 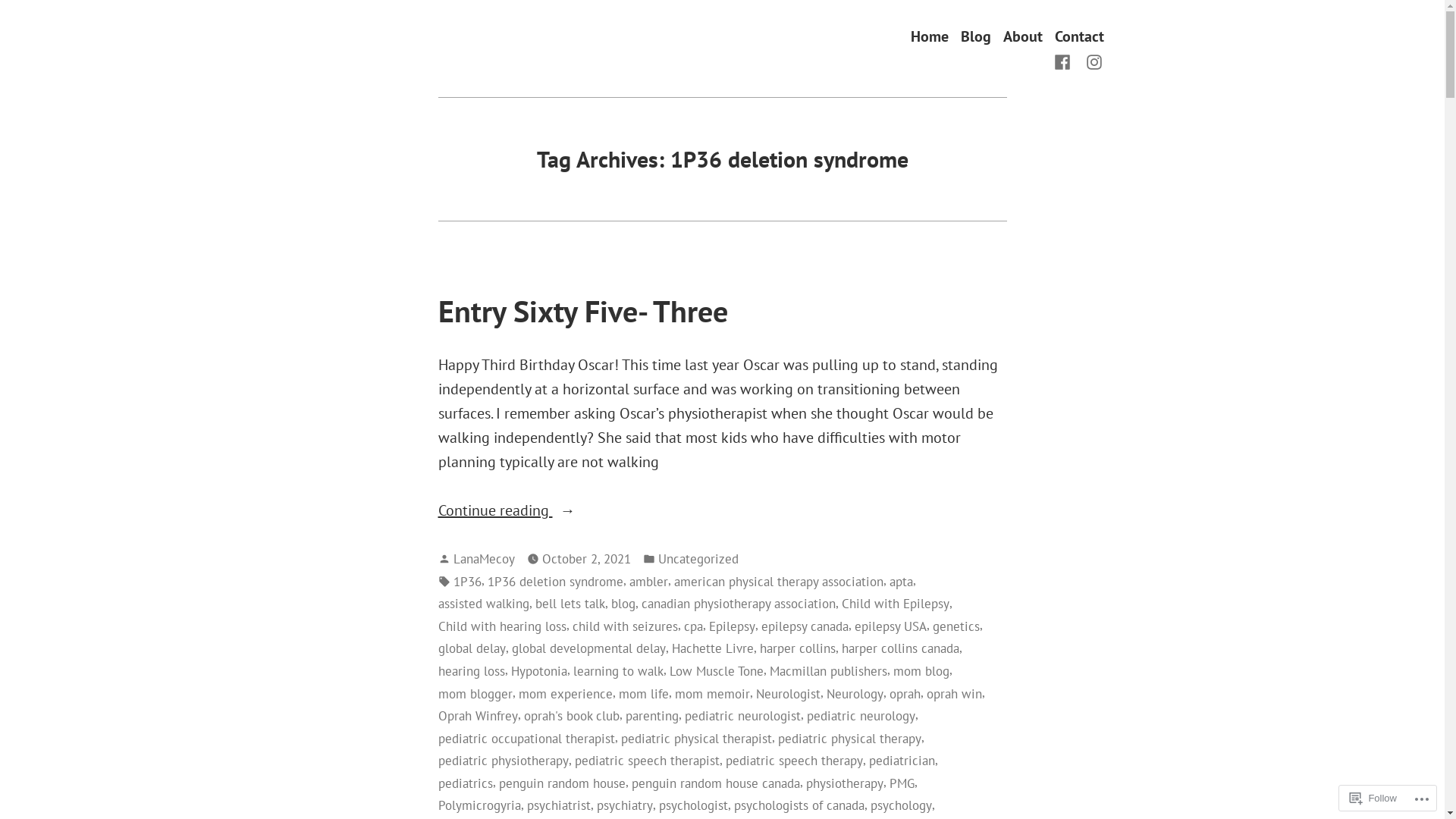 I want to click on 'psychology', so click(x=901, y=804).